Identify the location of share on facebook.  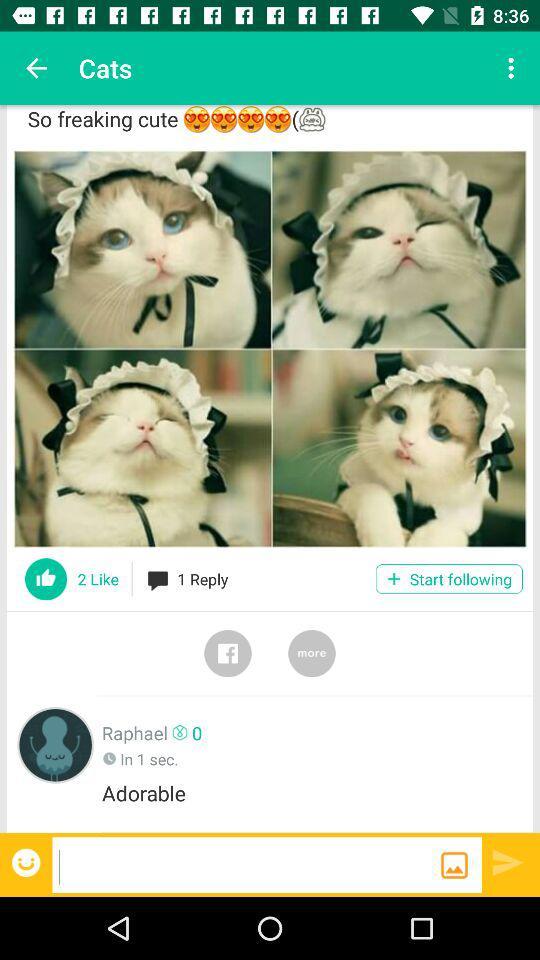
(226, 652).